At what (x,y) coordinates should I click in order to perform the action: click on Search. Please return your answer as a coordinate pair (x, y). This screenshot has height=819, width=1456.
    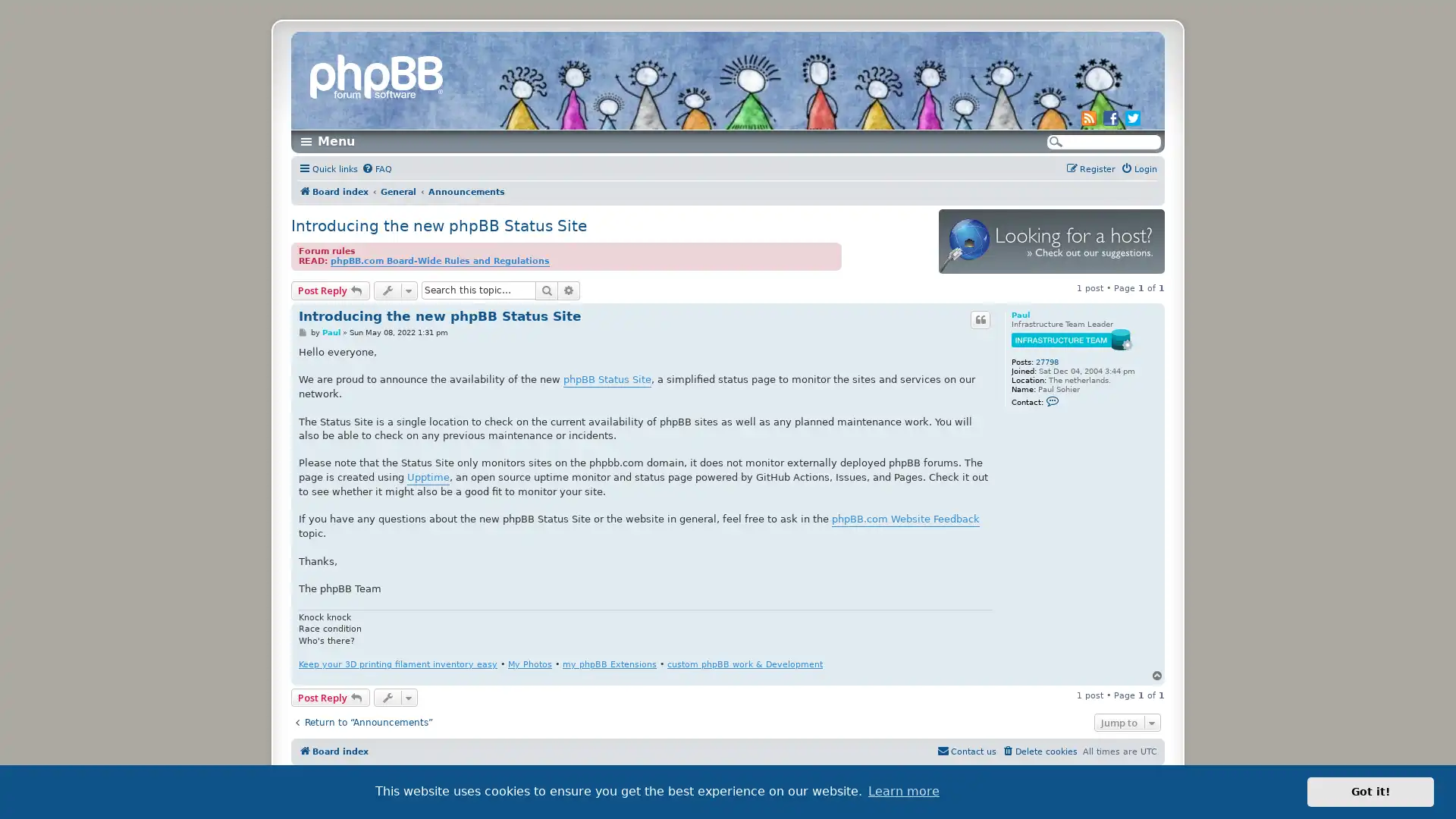
    Looking at the image, I should click on (546, 290).